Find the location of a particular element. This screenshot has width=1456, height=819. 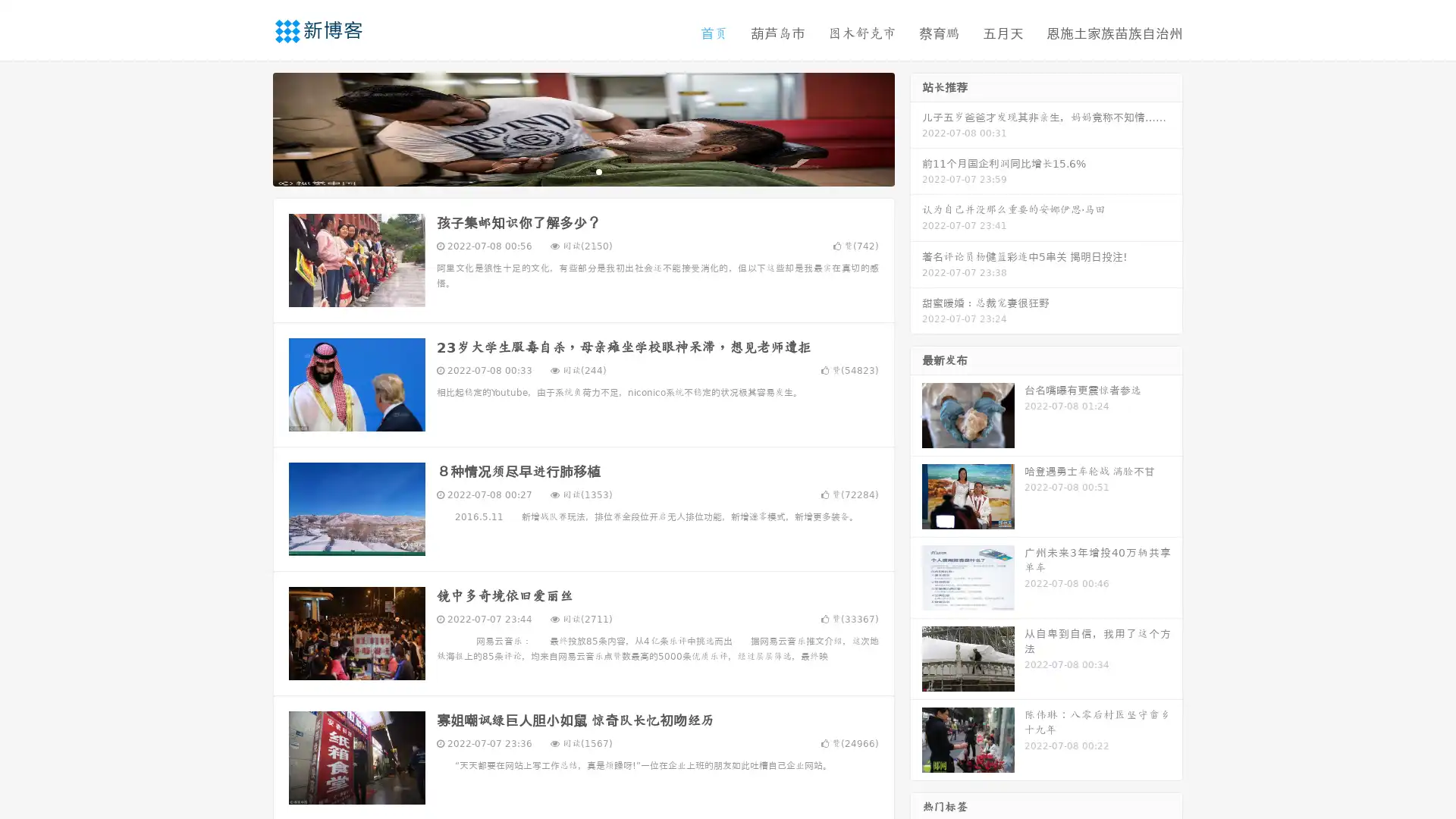

Go to slide 1 is located at coordinates (567, 171).